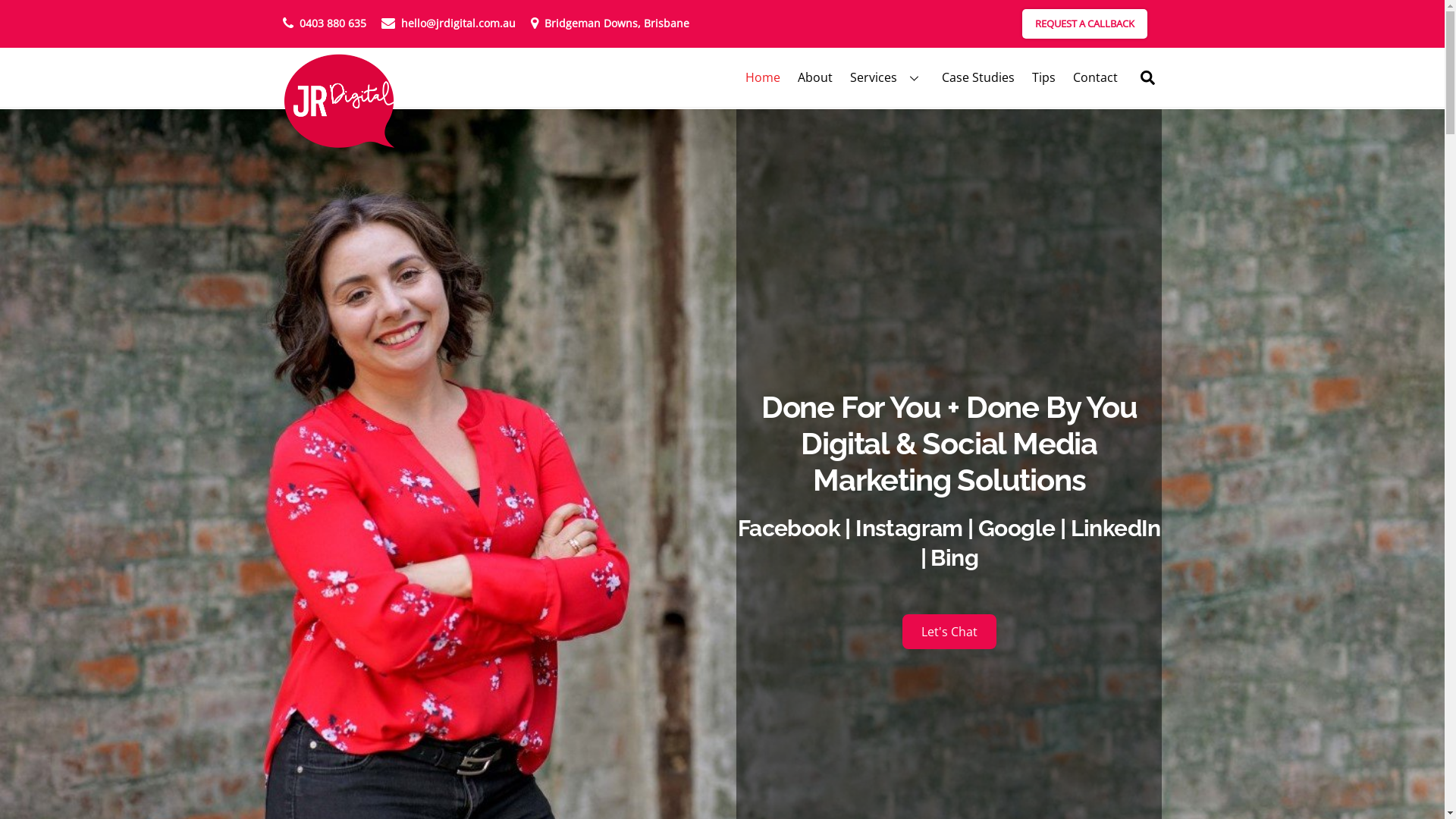  I want to click on 'Contact', so click(1095, 77).